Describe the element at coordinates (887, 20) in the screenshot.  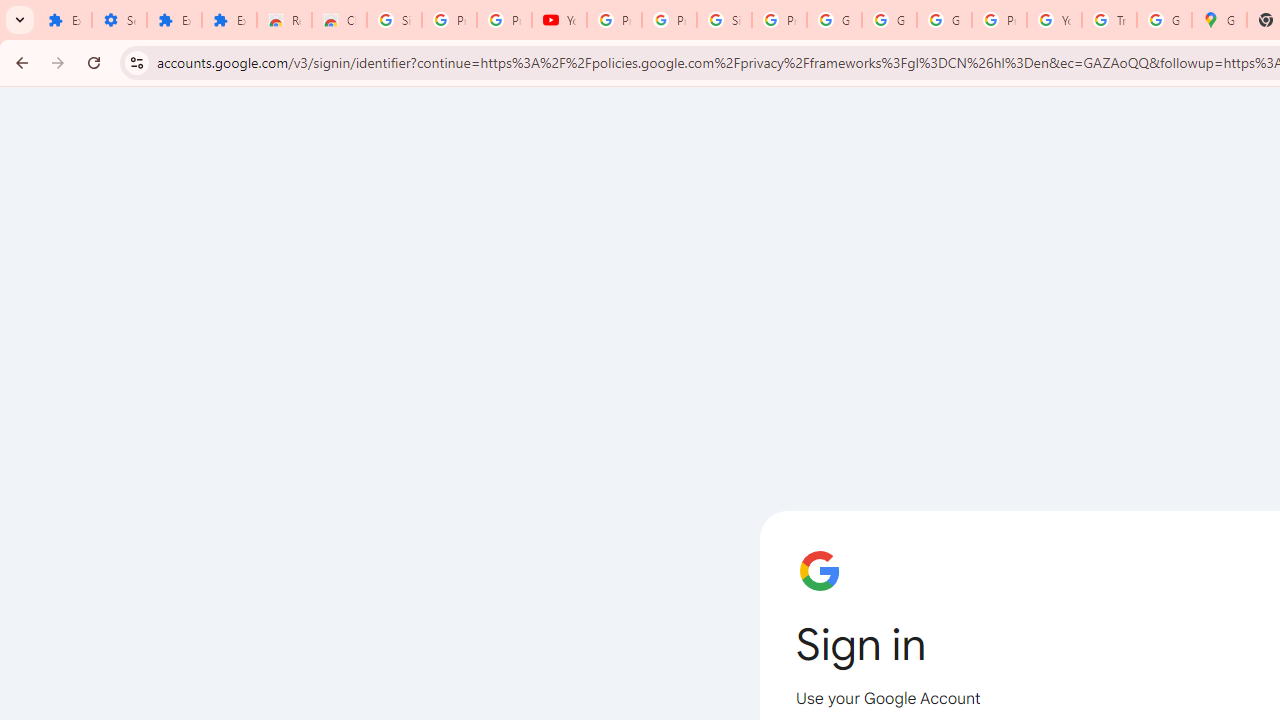
I see `'Google Account'` at that location.